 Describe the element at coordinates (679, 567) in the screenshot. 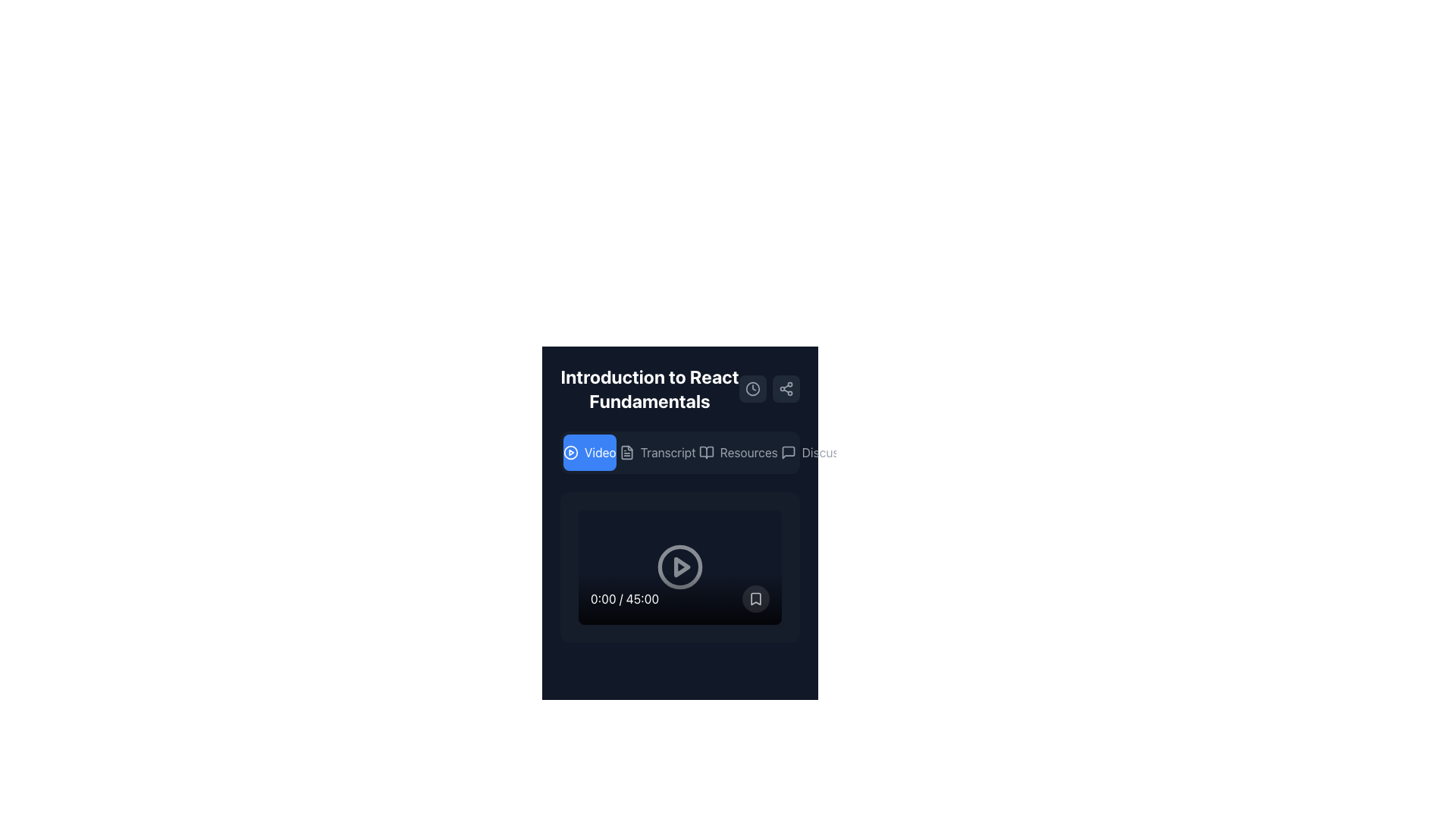

I see `the play button located at the center of the video player interface to trigger hover effects` at that location.